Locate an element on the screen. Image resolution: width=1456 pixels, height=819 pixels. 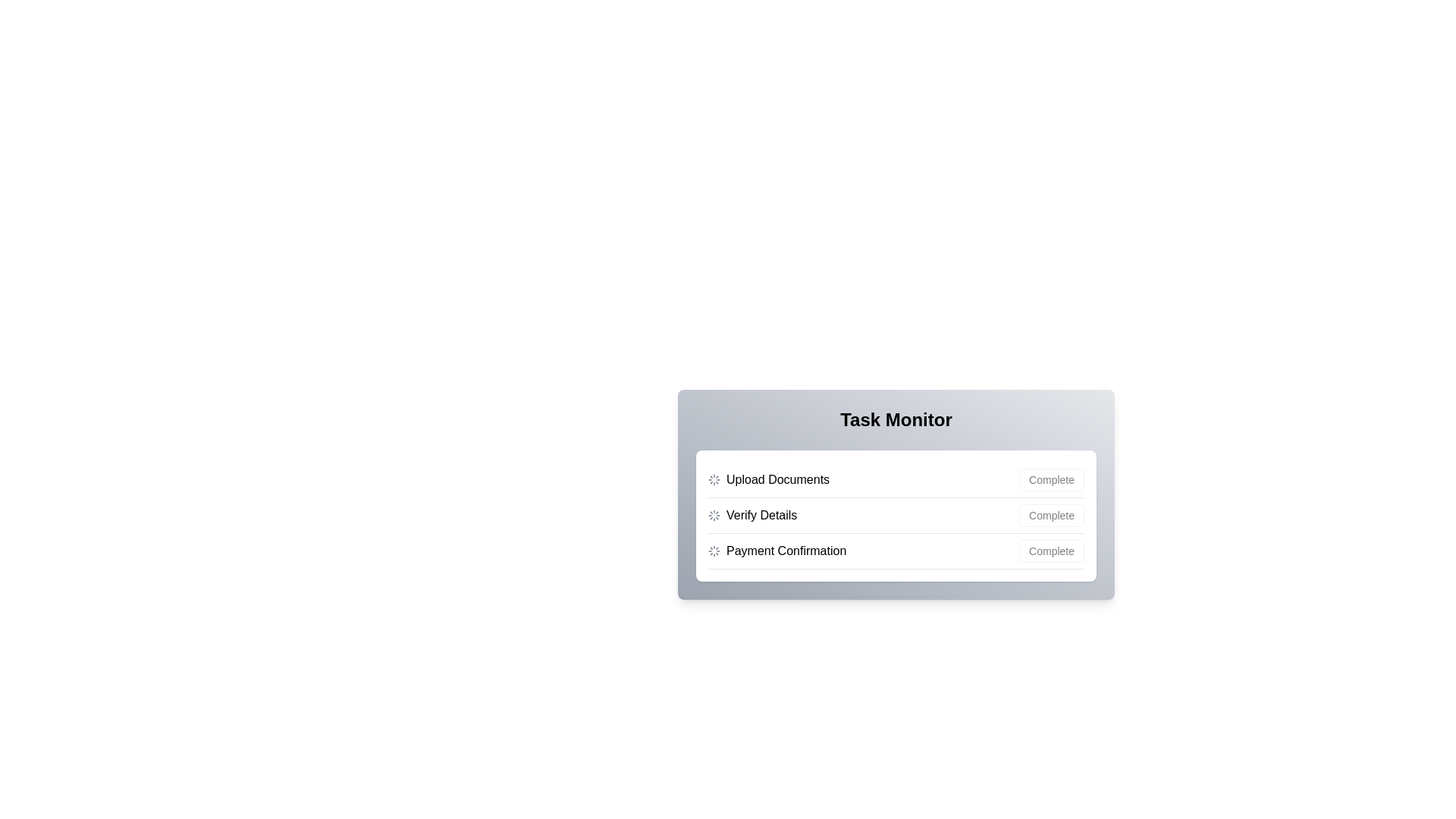
the loader icon next to the 'Payment Confirmation' label in the 'Task Monitor' section to understand the task progress is located at coordinates (777, 551).